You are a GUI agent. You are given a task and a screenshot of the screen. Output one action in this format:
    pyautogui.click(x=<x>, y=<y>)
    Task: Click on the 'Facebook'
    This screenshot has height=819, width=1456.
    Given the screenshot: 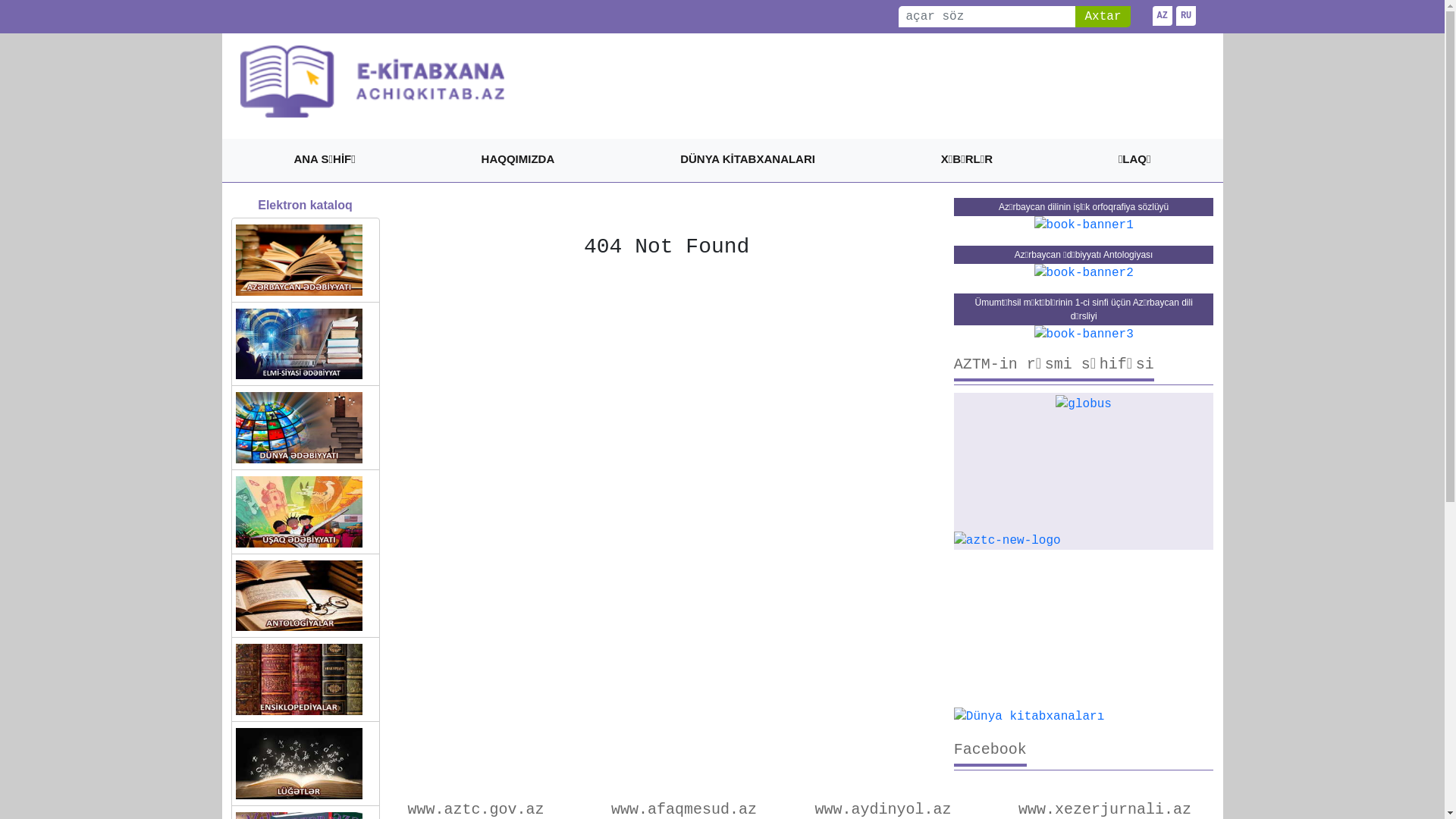 What is the action you would take?
    pyautogui.click(x=952, y=754)
    